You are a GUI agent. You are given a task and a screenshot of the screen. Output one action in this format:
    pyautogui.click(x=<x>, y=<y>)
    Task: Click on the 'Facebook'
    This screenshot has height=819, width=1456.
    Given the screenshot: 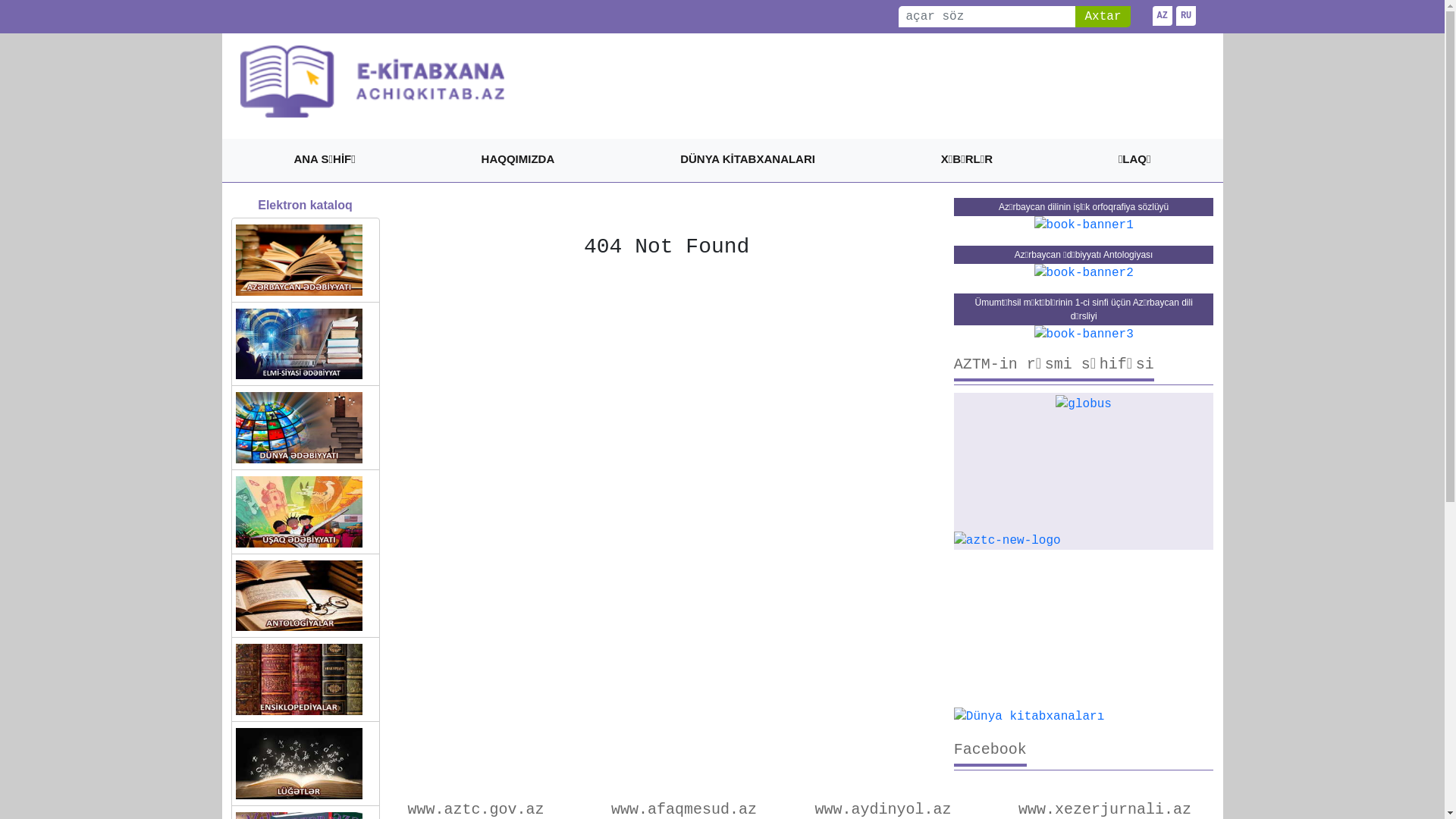 What is the action you would take?
    pyautogui.click(x=952, y=754)
    